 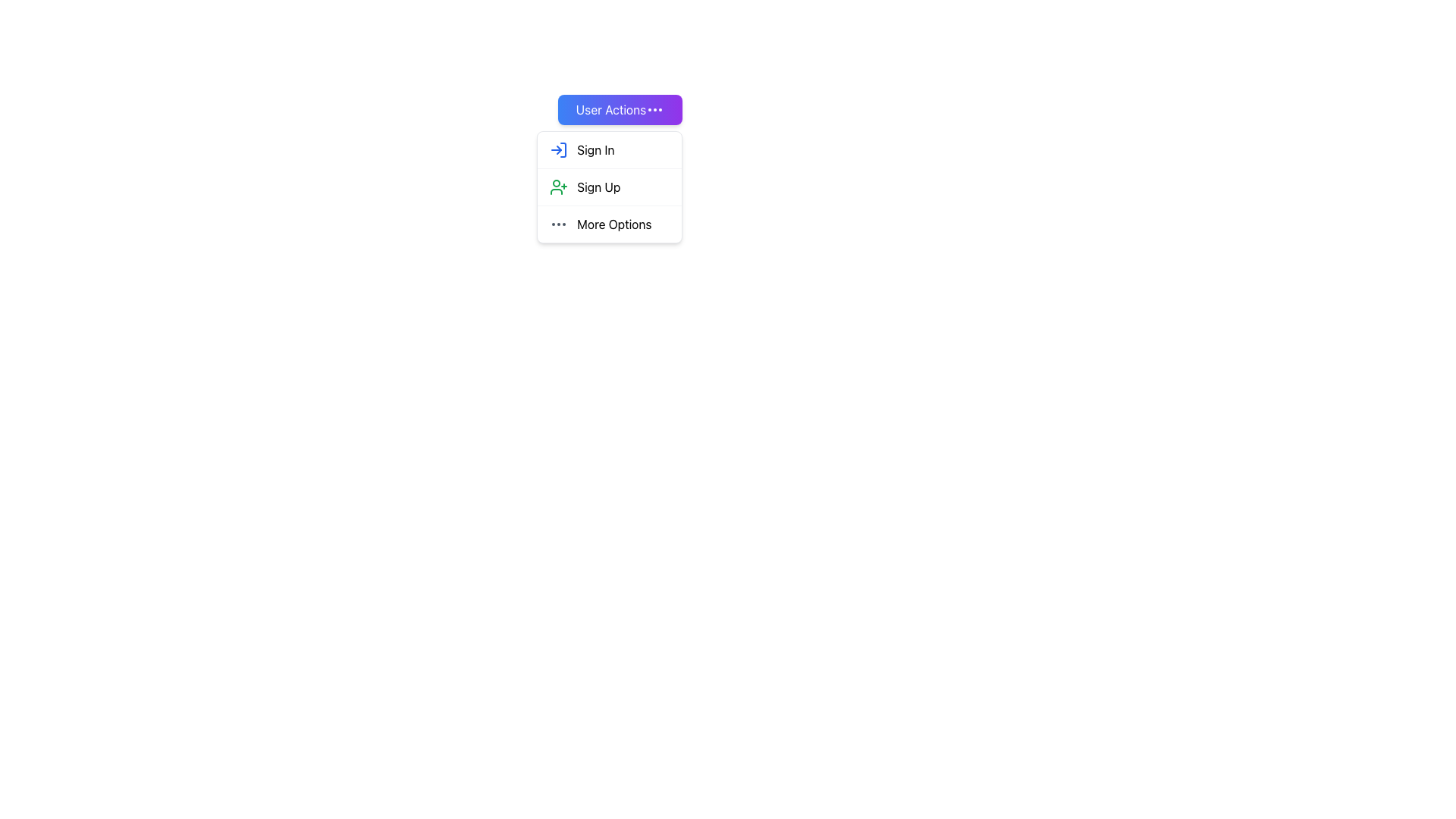 What do you see at coordinates (598, 186) in the screenshot?
I see `the 'Sign Up' text label located in the 'User Actions' menu, which is the second item in the vertical list` at bounding box center [598, 186].